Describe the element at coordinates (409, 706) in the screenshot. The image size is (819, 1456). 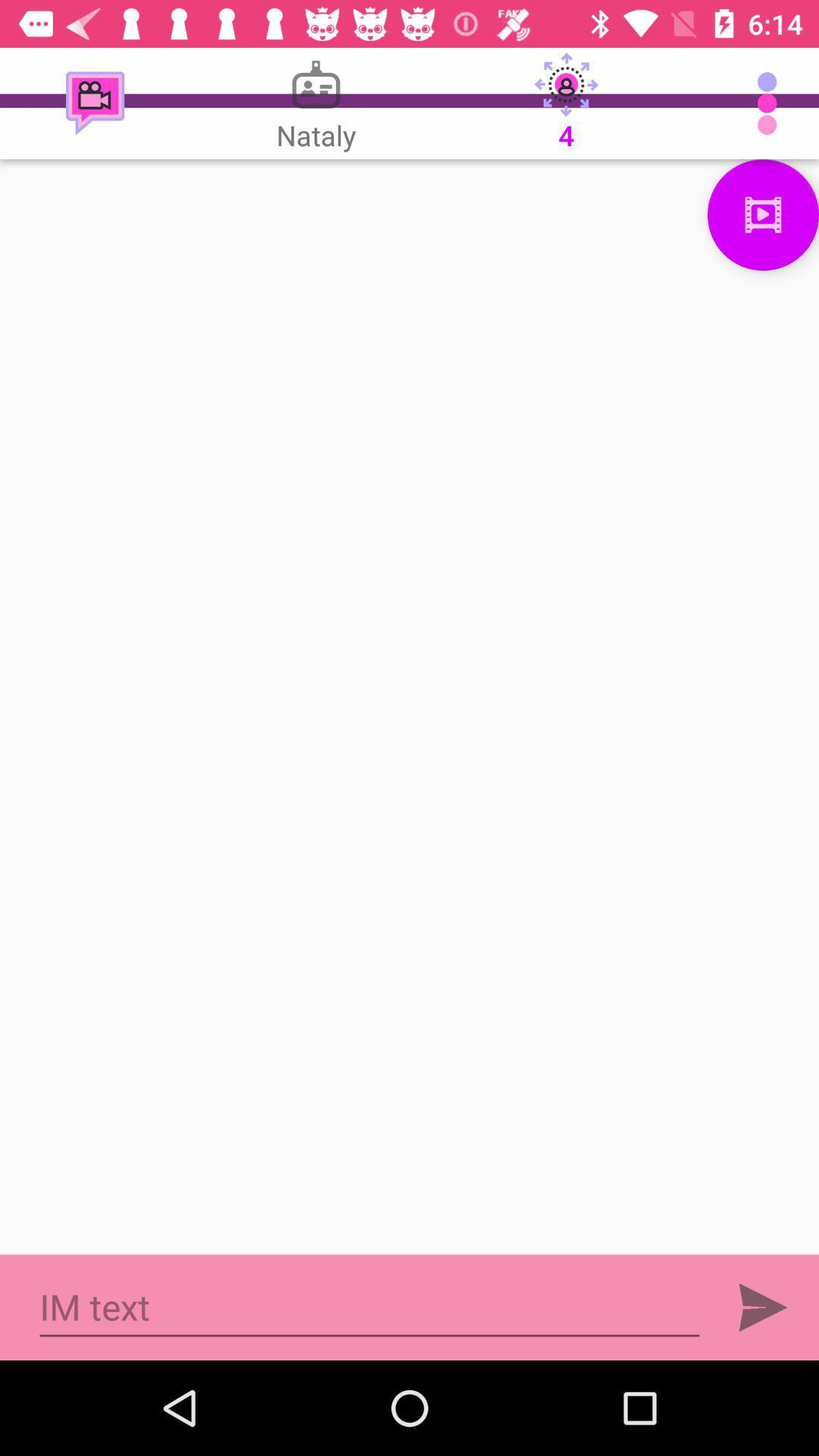
I see `empty image` at that location.